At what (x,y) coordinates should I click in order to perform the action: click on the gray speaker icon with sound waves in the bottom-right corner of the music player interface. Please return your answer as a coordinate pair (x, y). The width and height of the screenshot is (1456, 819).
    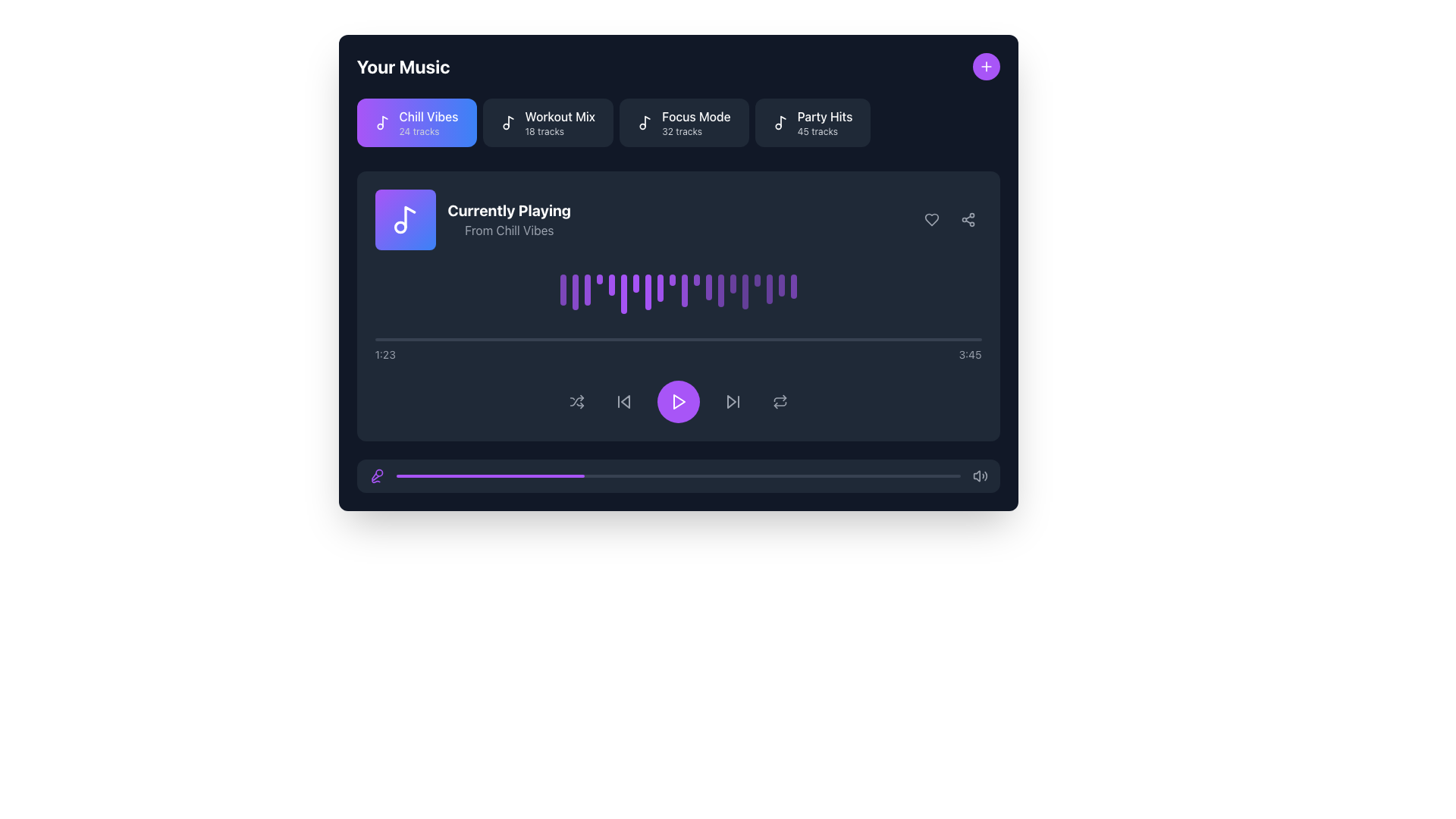
    Looking at the image, I should click on (980, 475).